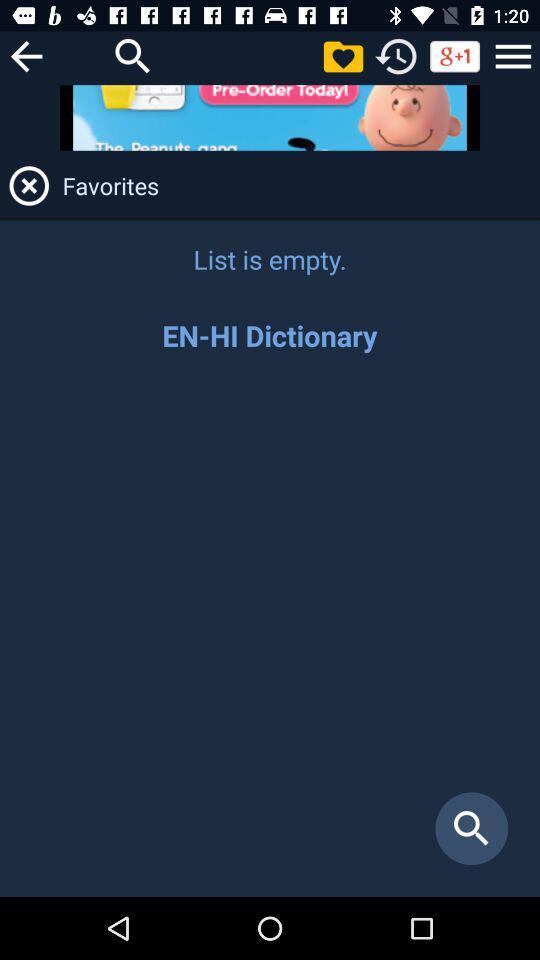  I want to click on search the app, so click(270, 634).